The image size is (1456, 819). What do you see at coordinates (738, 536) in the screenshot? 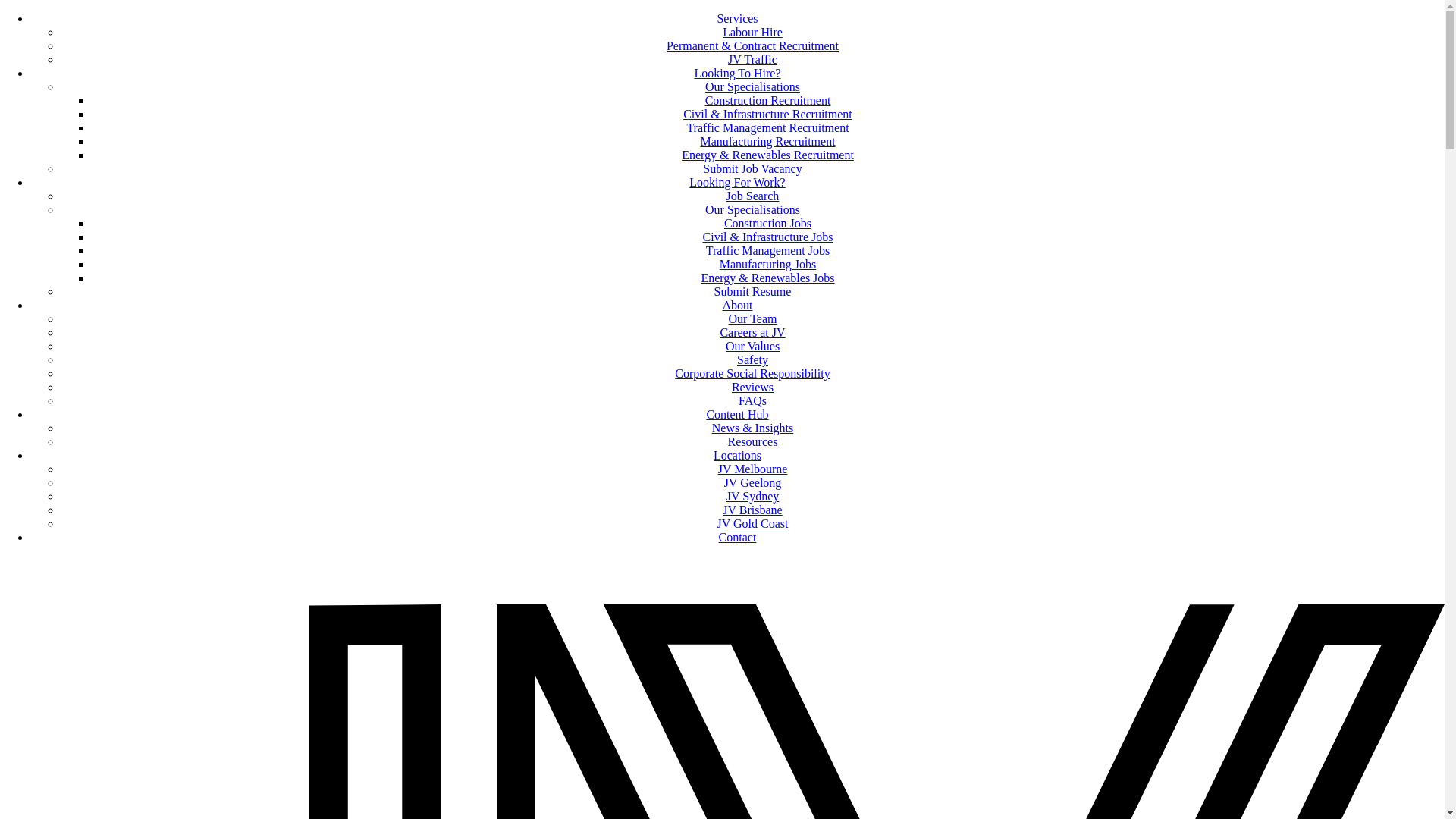
I see `'Contact'` at bounding box center [738, 536].